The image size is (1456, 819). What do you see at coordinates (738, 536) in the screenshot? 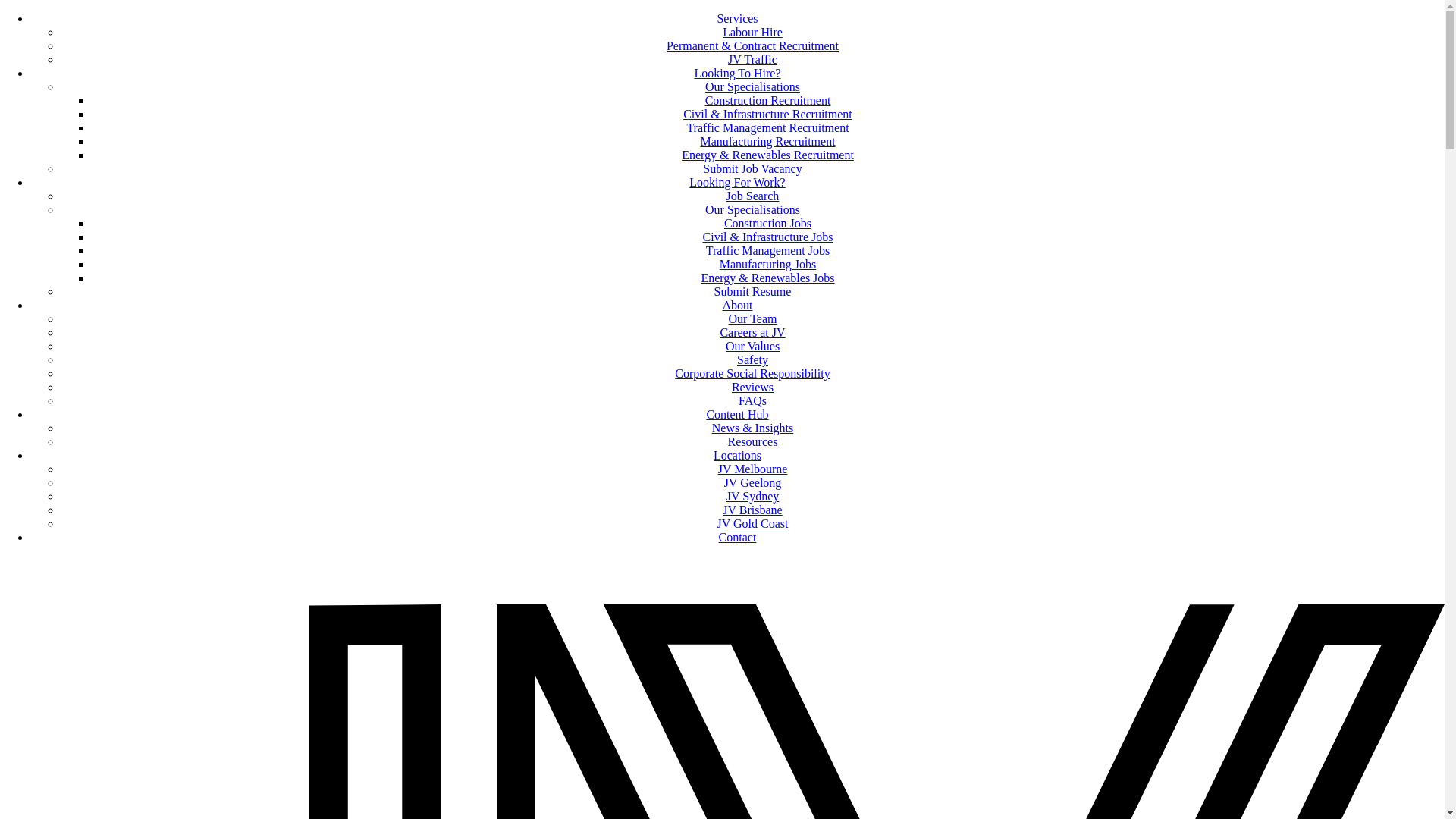
I see `'Contact'` at bounding box center [738, 536].